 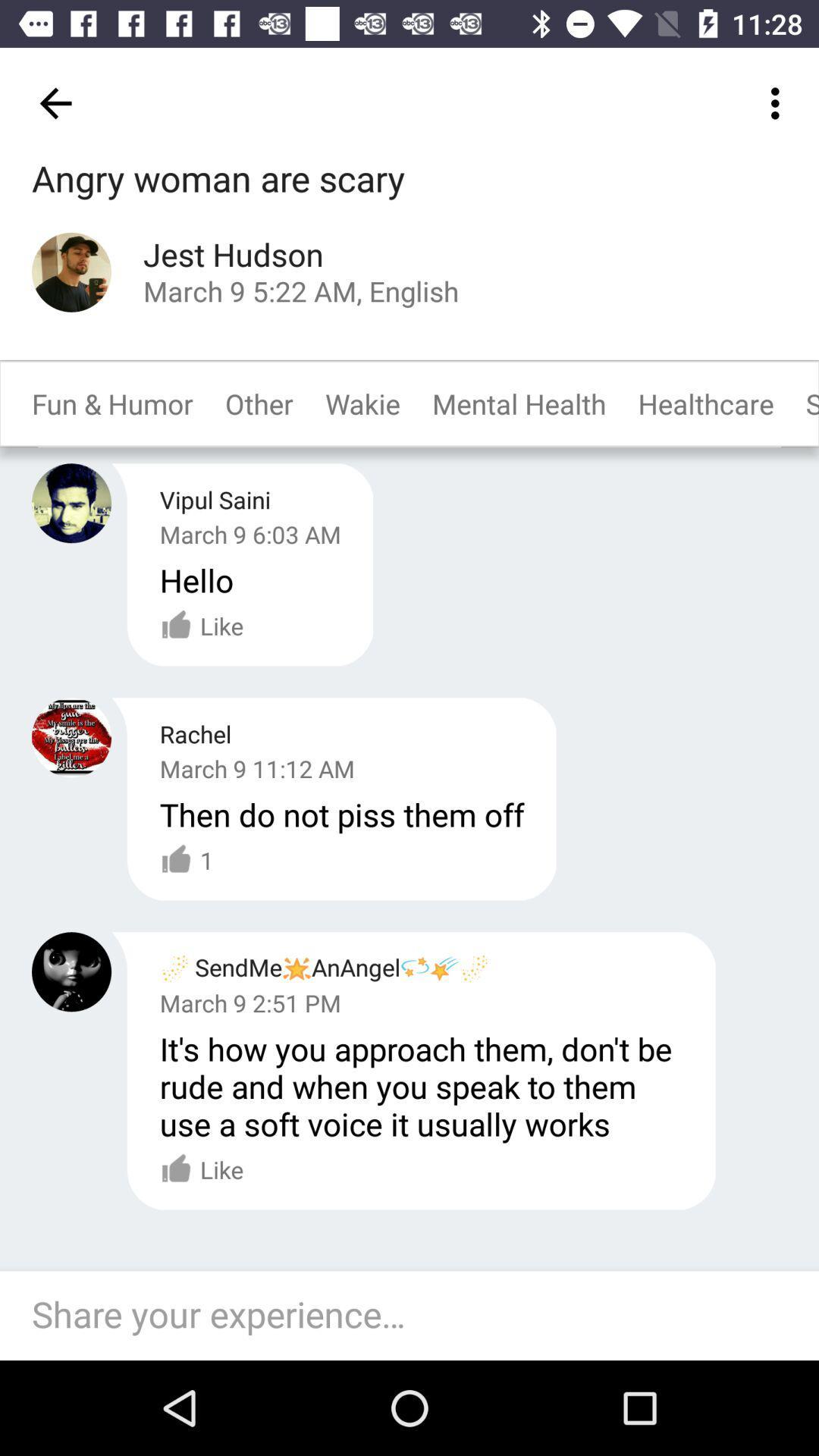 I want to click on profile, so click(x=71, y=737).